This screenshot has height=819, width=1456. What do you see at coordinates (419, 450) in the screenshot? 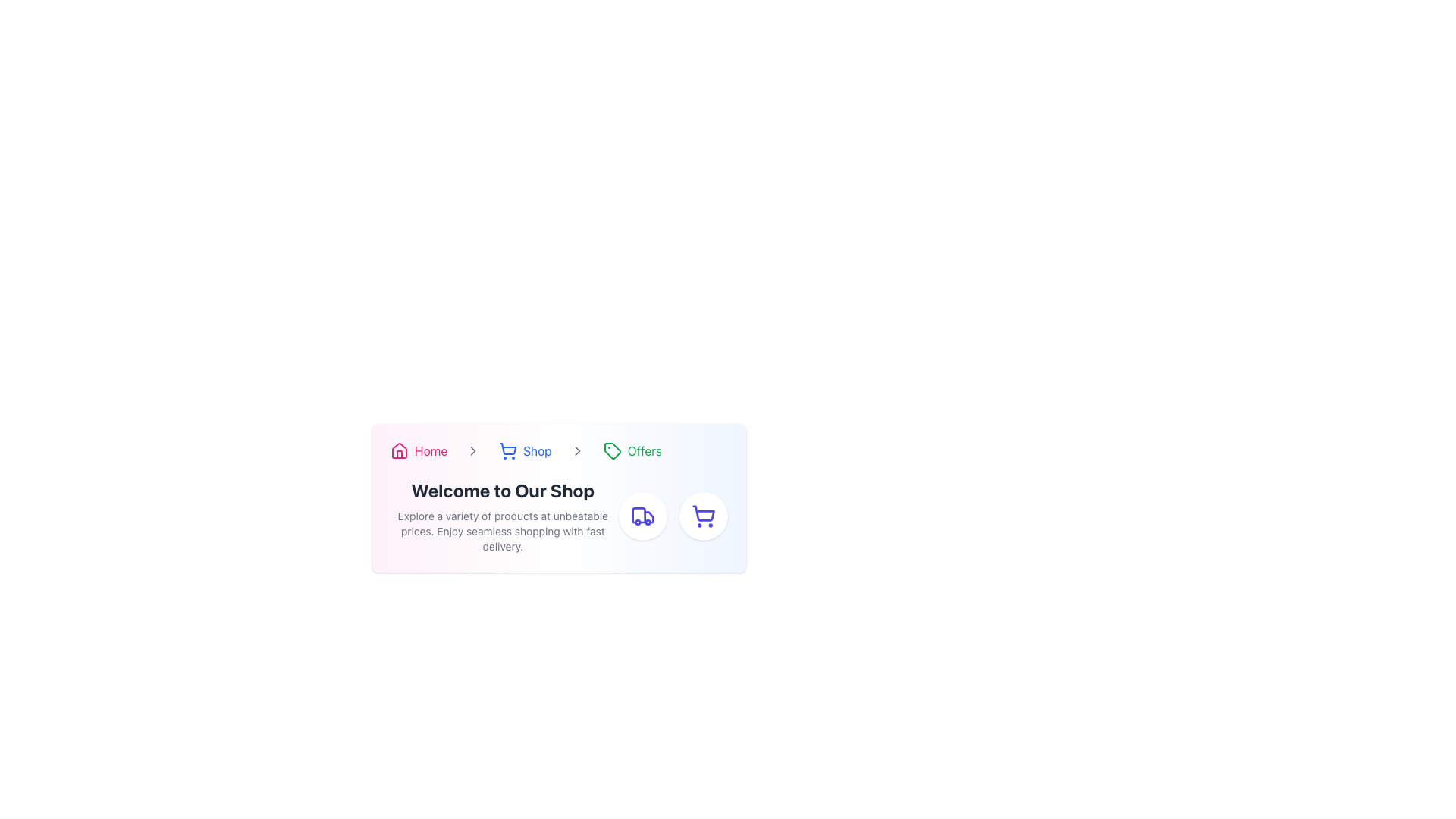
I see `the 'Home' button in the navigation bar` at bounding box center [419, 450].